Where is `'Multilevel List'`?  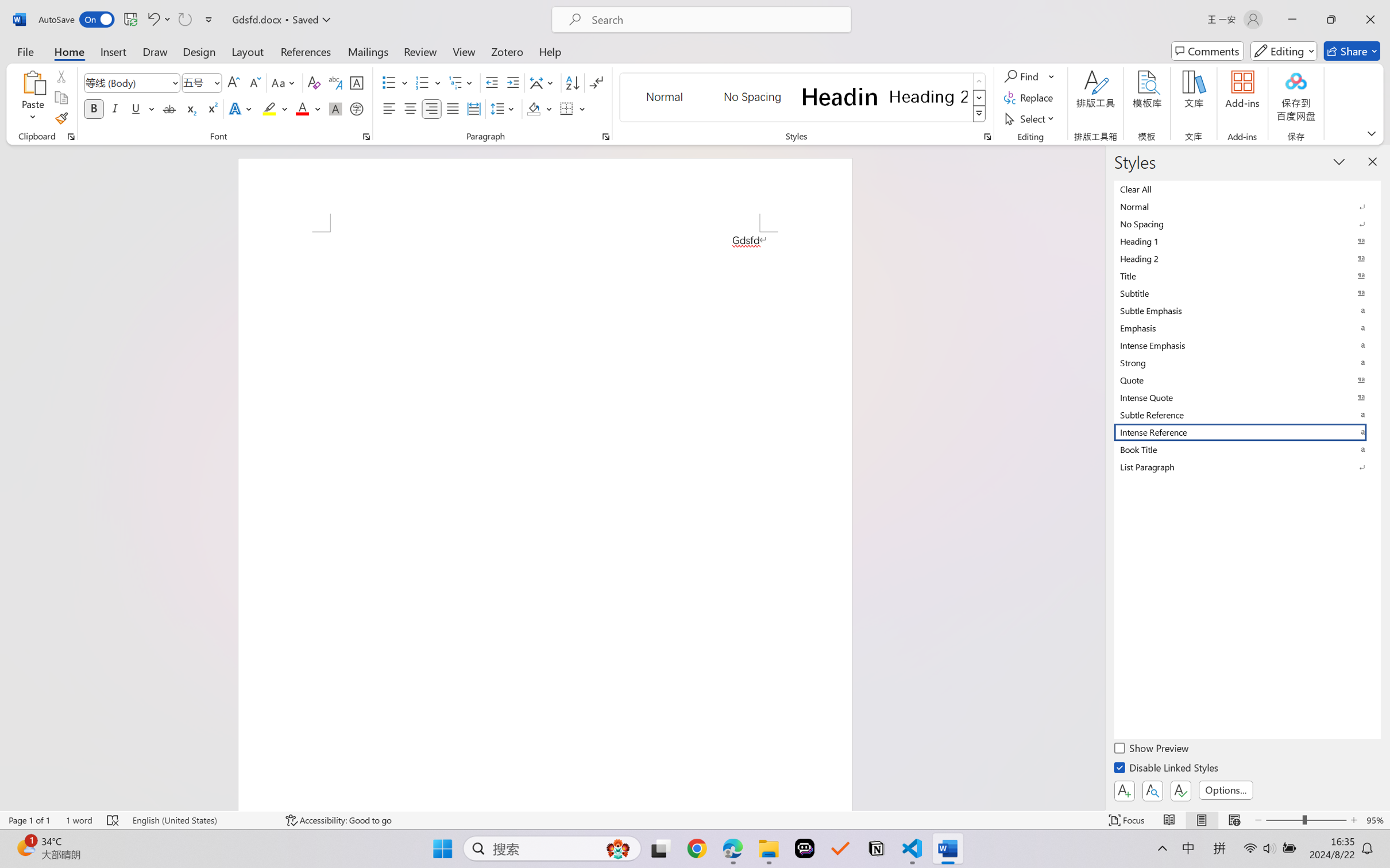
'Multilevel List' is located at coordinates (462, 83).